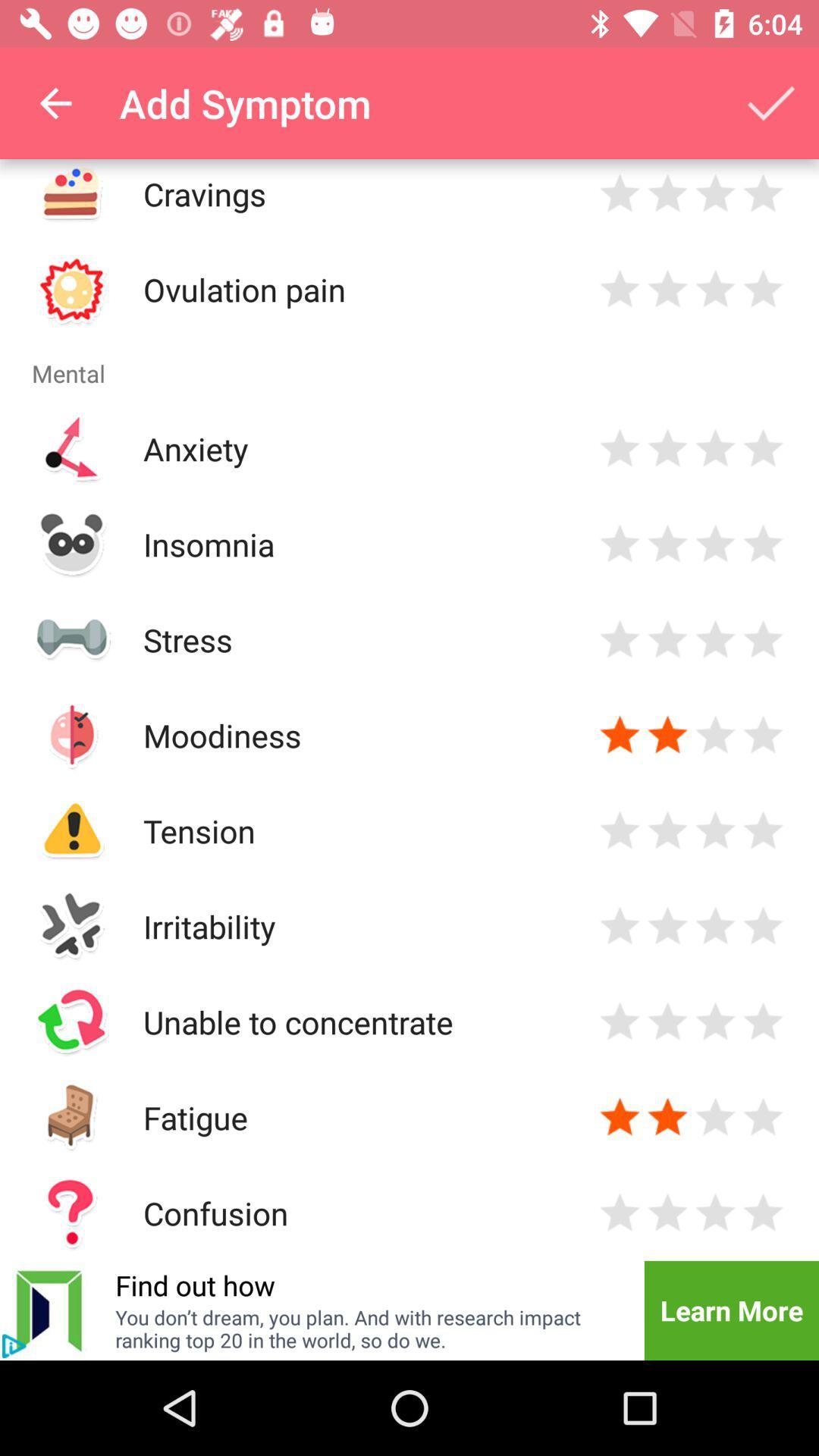  Describe the element at coordinates (667, 1021) in the screenshot. I see `assign star rating` at that location.